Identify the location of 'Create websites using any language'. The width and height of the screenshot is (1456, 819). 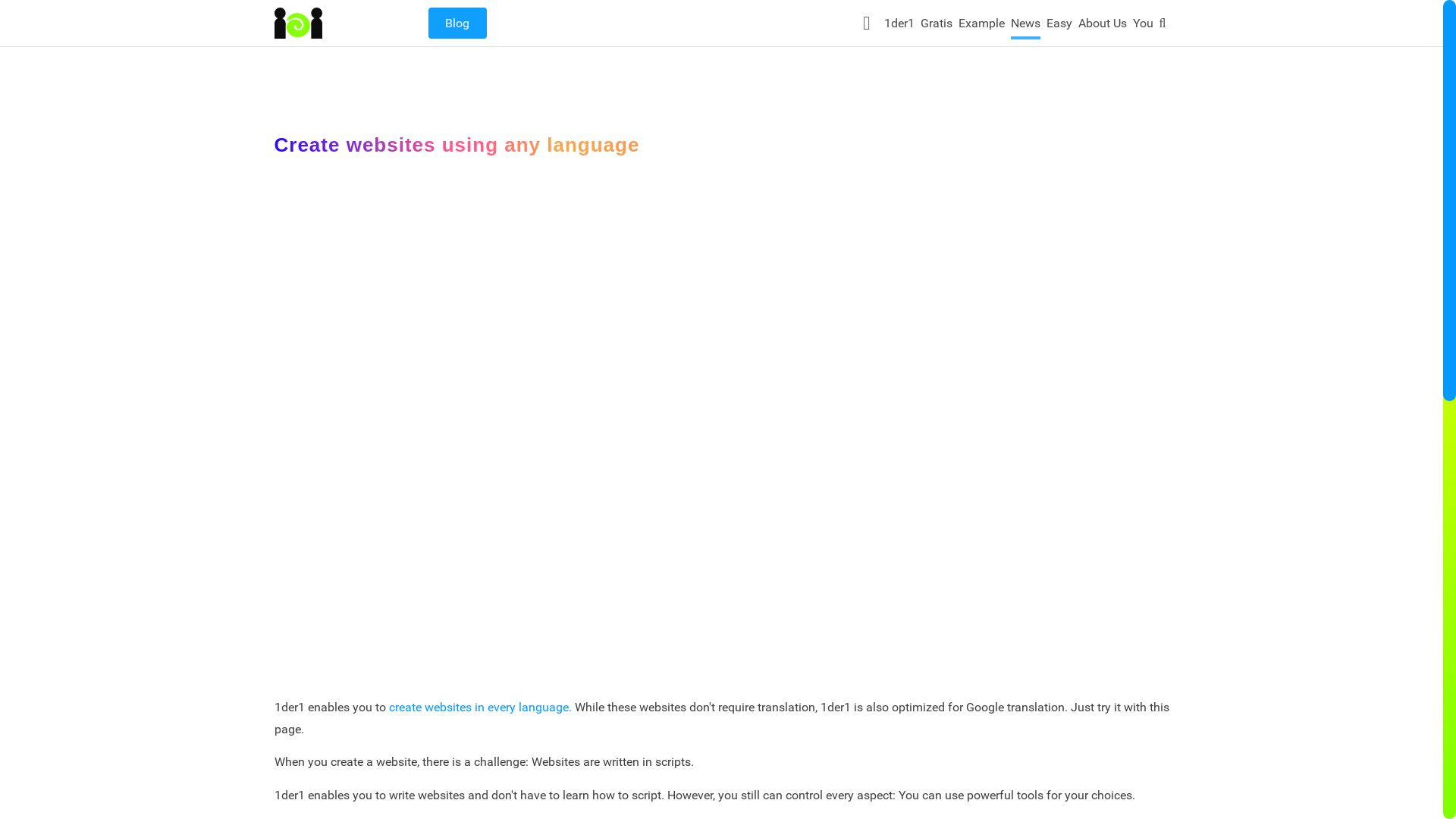
(720, 423).